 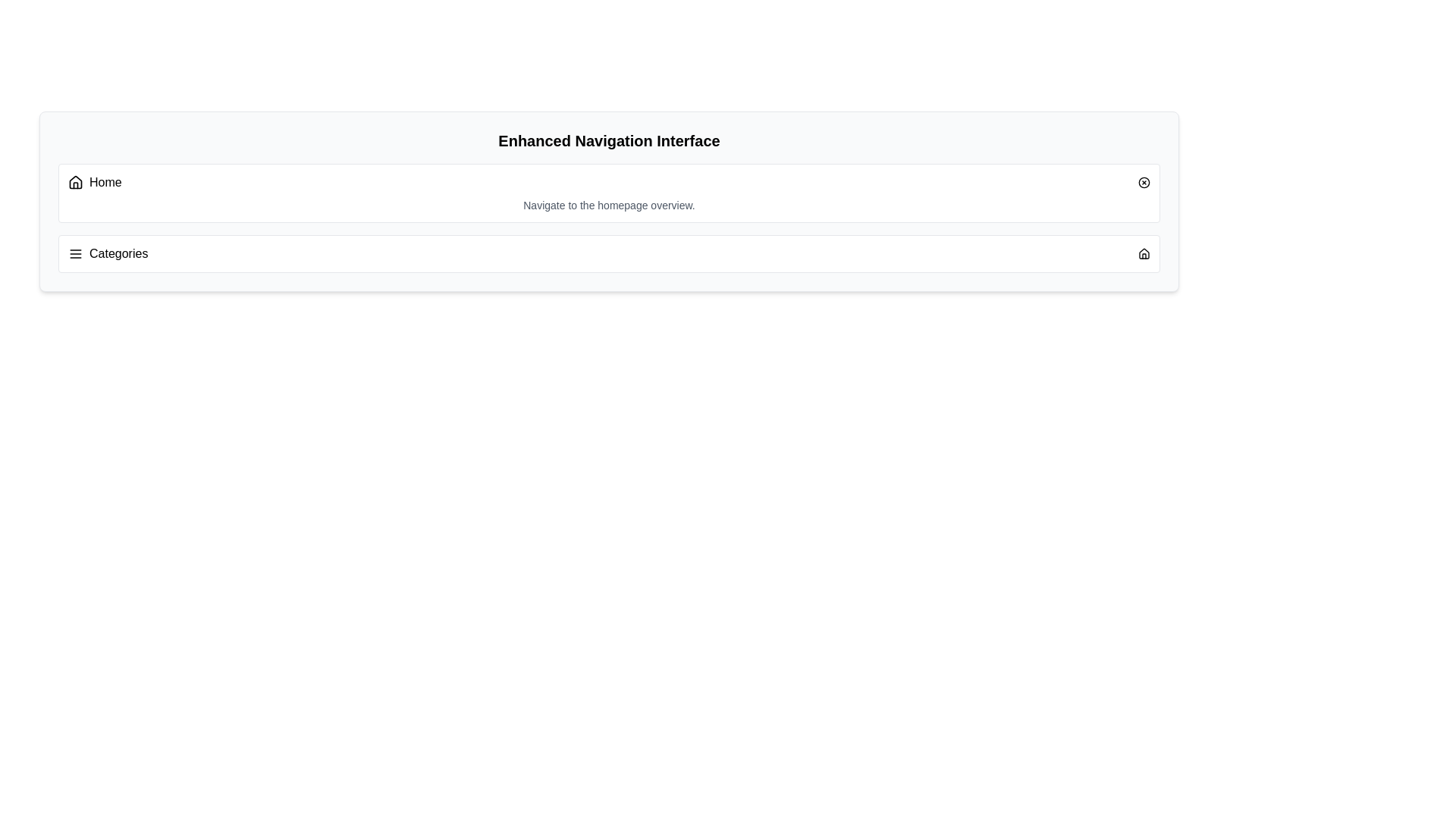 I want to click on the small house-shaped icon with a thin black stroke located immediately before the text 'Home' in the horizontal navigation row, so click(x=75, y=181).